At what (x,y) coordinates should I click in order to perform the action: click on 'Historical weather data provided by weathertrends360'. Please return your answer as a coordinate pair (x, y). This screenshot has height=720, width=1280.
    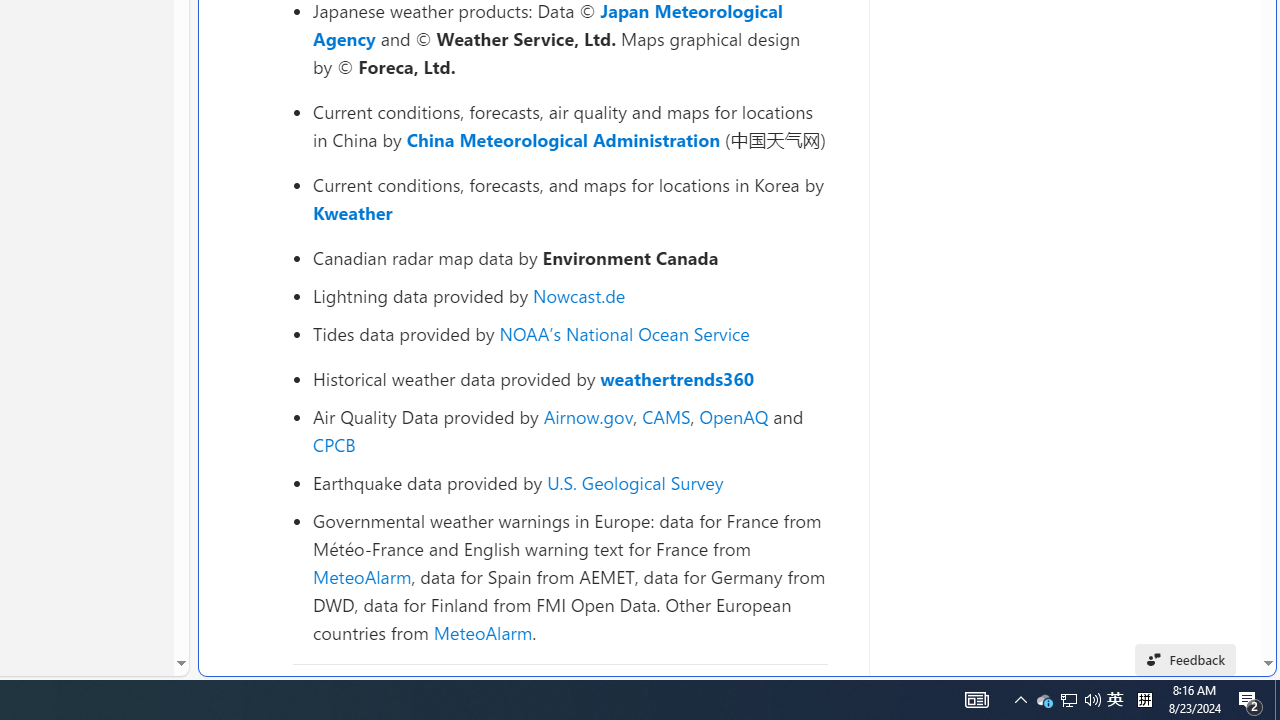
    Looking at the image, I should click on (569, 379).